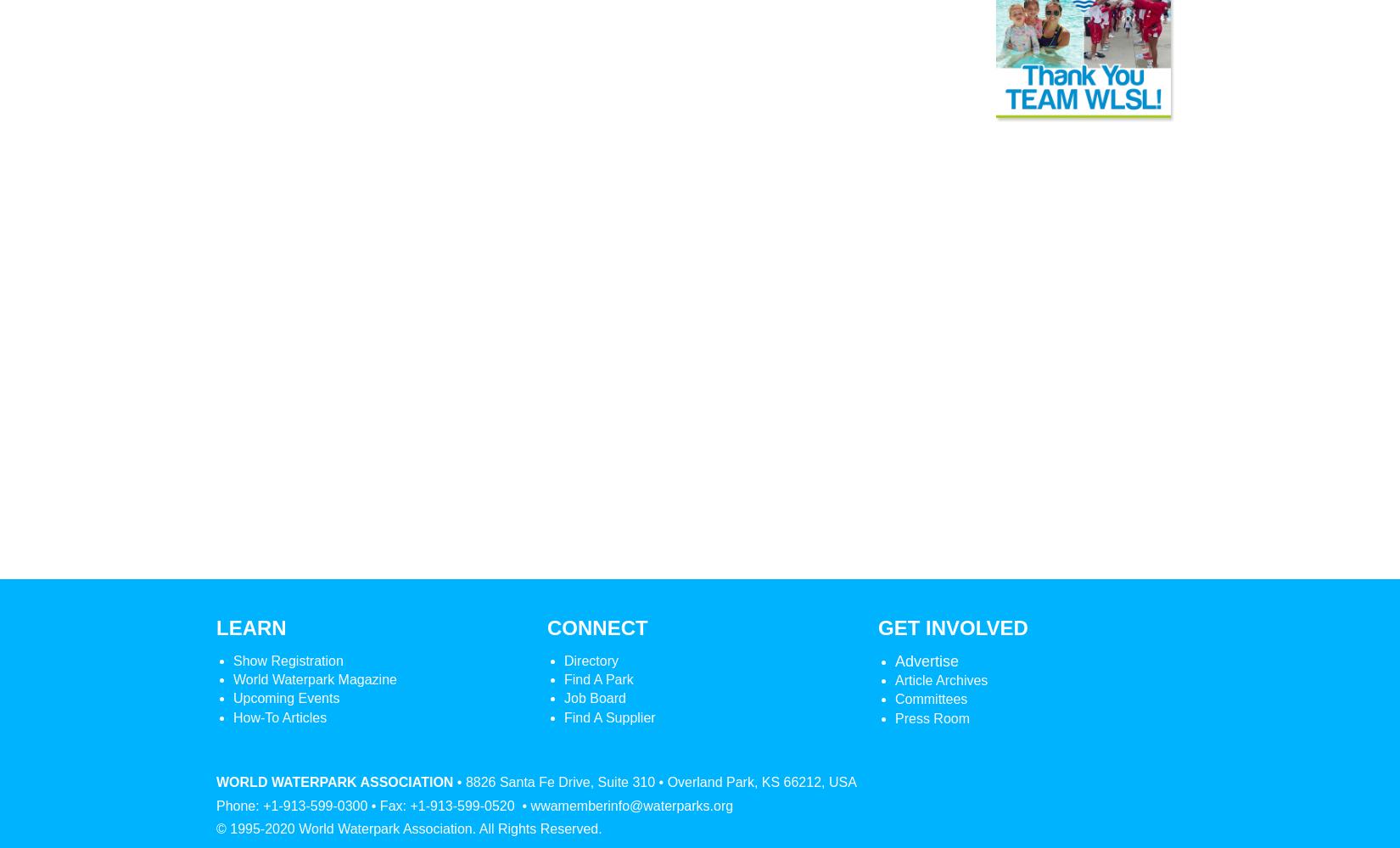 This screenshot has width=1400, height=848. Describe the element at coordinates (931, 698) in the screenshot. I see `'Committees'` at that location.